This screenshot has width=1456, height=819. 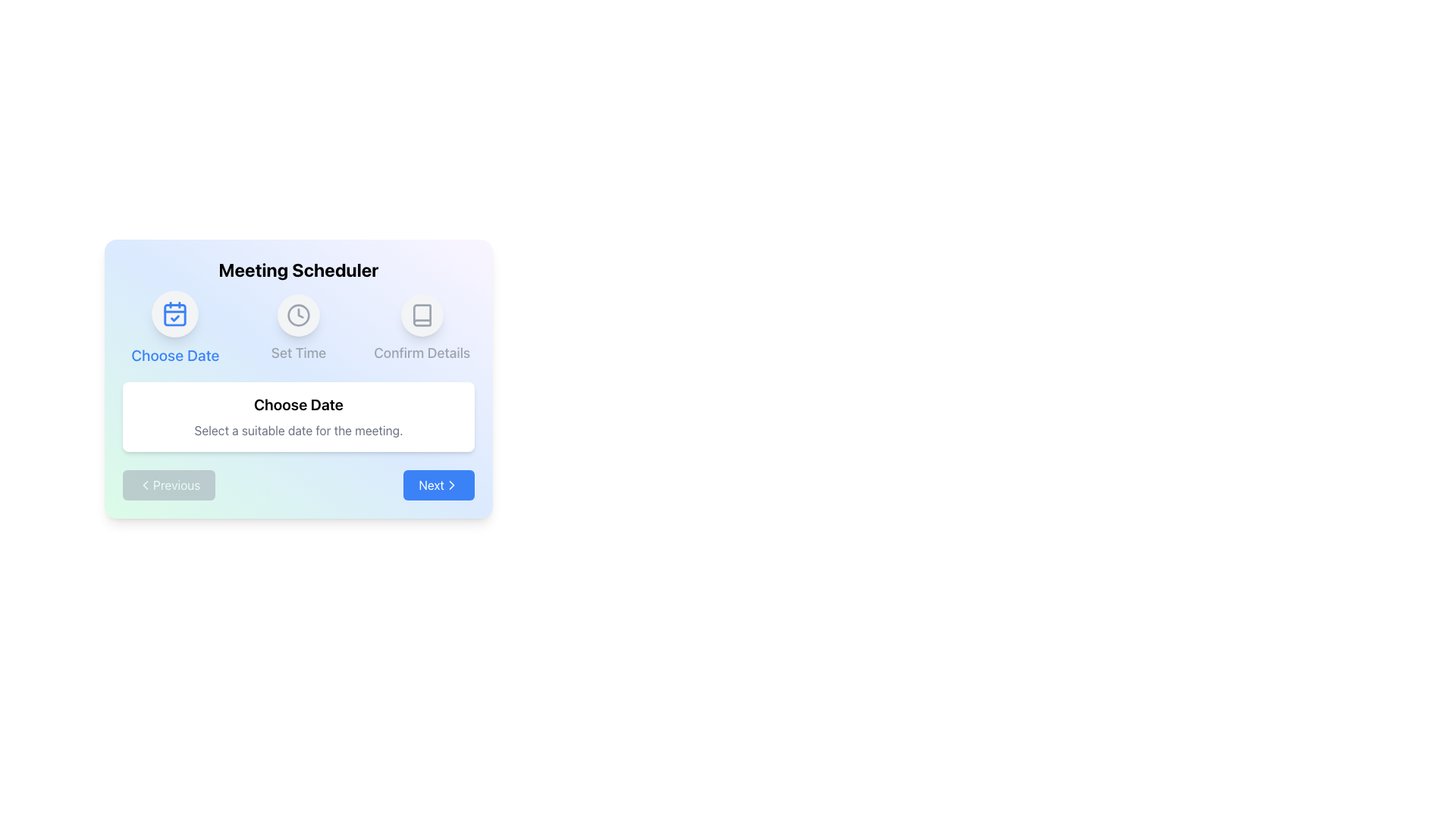 What do you see at coordinates (422, 315) in the screenshot?
I see `the 'Confirm Details' icon located in the third circle of the top row of icons` at bounding box center [422, 315].